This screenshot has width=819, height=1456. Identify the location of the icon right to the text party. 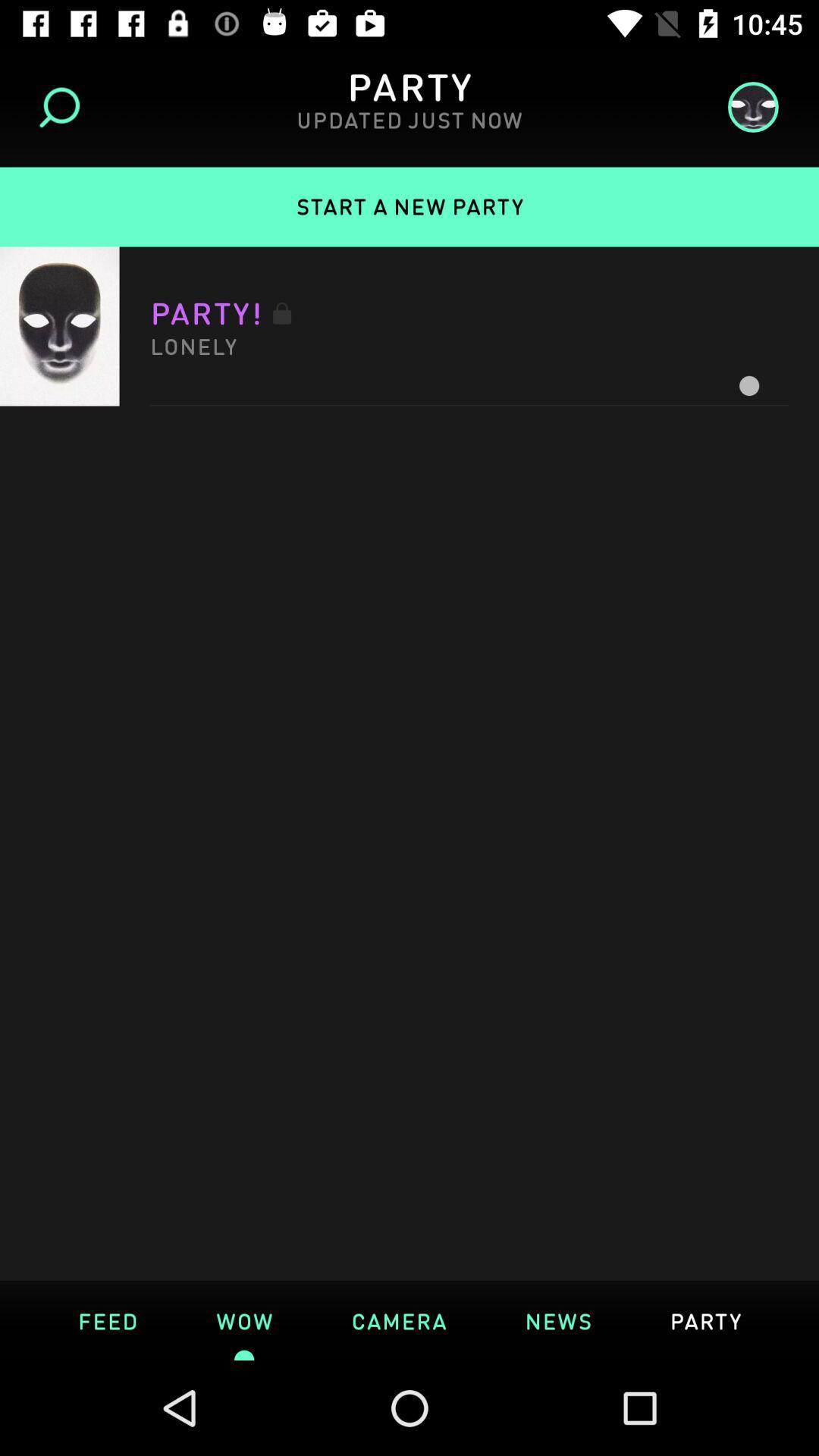
(747, 106).